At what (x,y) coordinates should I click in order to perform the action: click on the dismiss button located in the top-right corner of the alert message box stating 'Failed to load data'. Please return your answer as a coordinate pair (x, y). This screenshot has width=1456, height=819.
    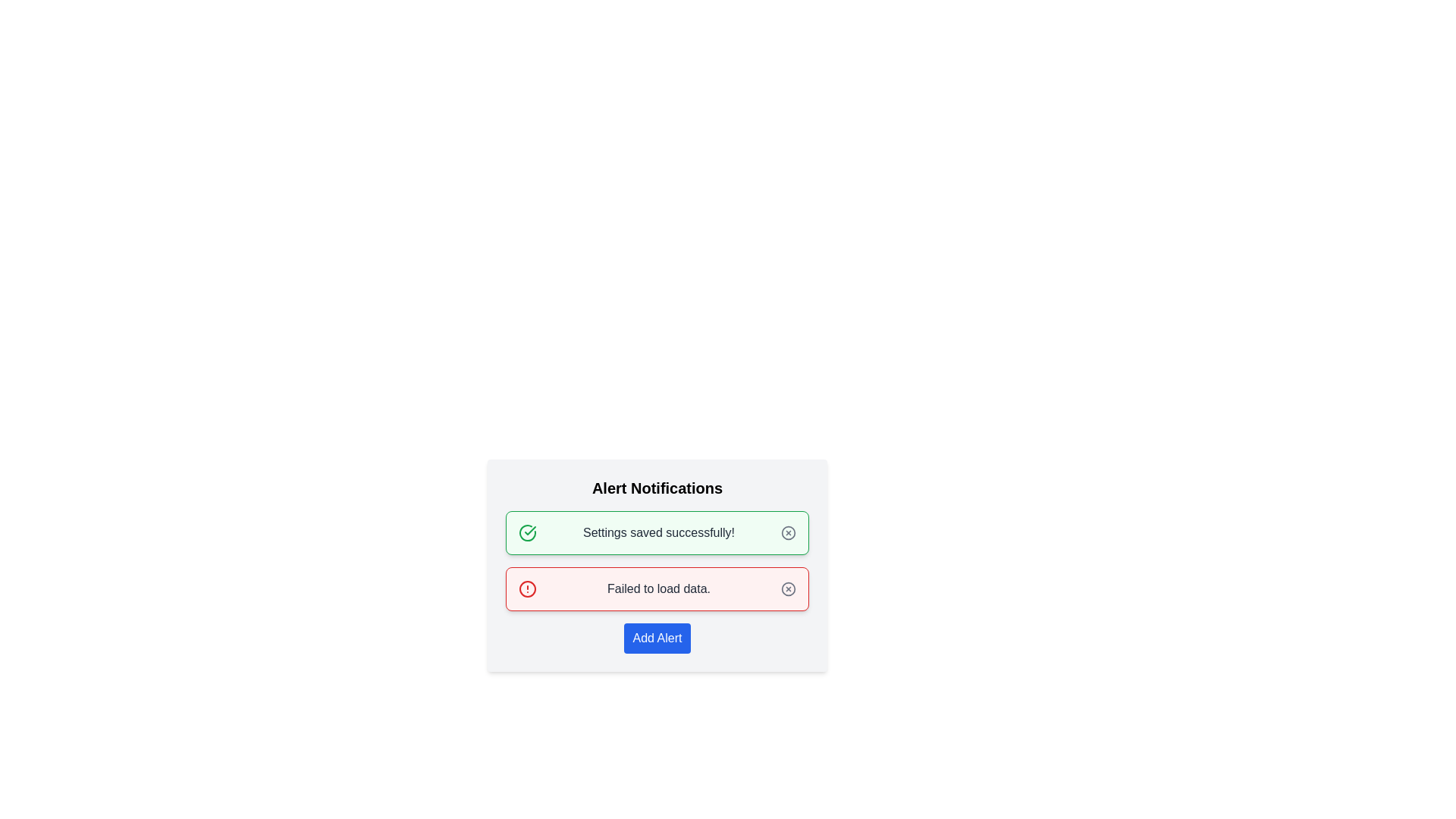
    Looking at the image, I should click on (789, 588).